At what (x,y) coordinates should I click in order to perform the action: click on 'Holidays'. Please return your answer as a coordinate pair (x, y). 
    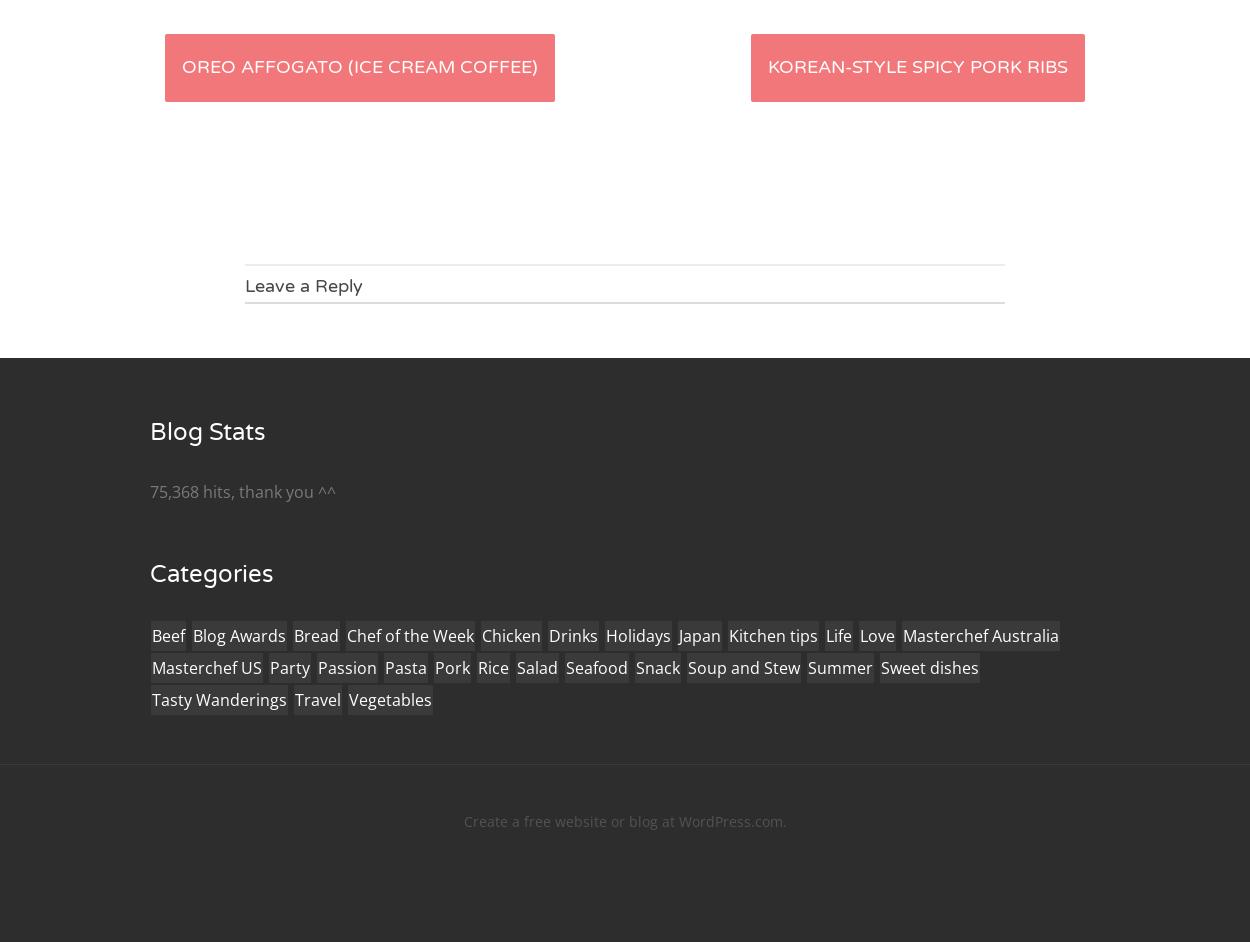
    Looking at the image, I should click on (638, 635).